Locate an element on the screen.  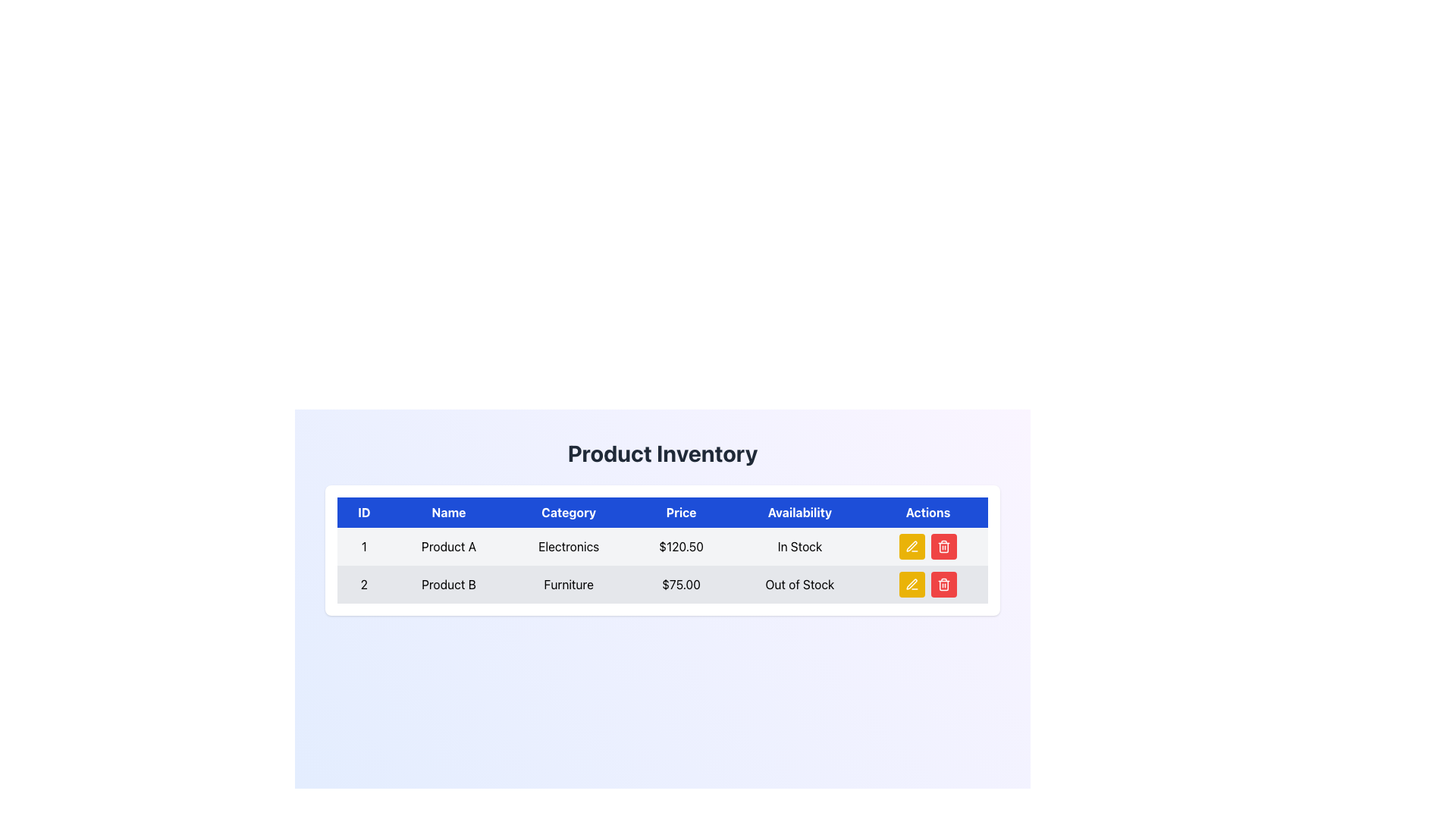
the product name label located in the second row of the inventory table under the 'Name' column is located at coordinates (447, 584).